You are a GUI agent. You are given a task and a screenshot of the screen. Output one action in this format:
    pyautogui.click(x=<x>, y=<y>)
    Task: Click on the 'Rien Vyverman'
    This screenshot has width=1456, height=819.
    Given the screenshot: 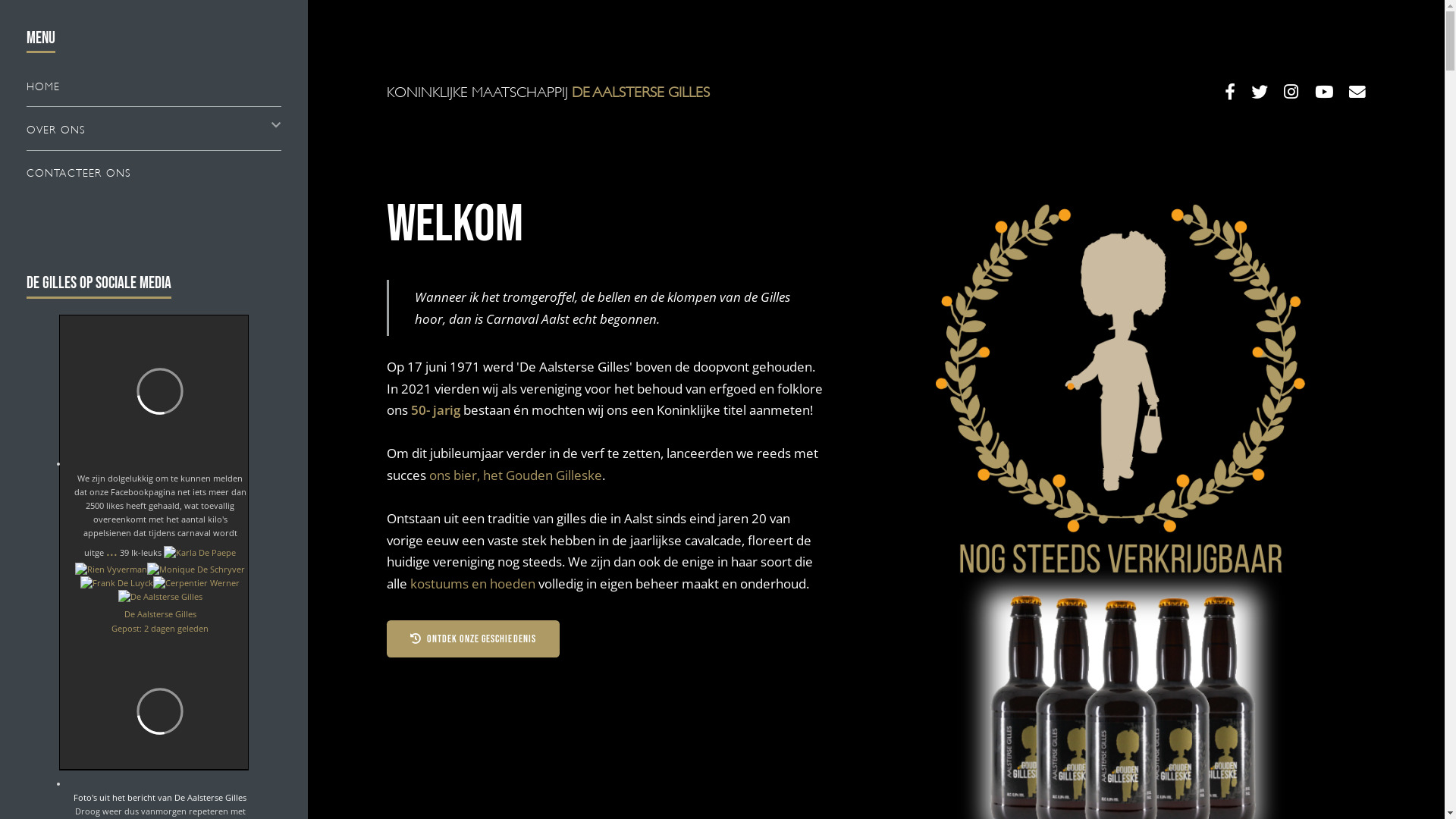 What is the action you would take?
    pyautogui.click(x=110, y=570)
    